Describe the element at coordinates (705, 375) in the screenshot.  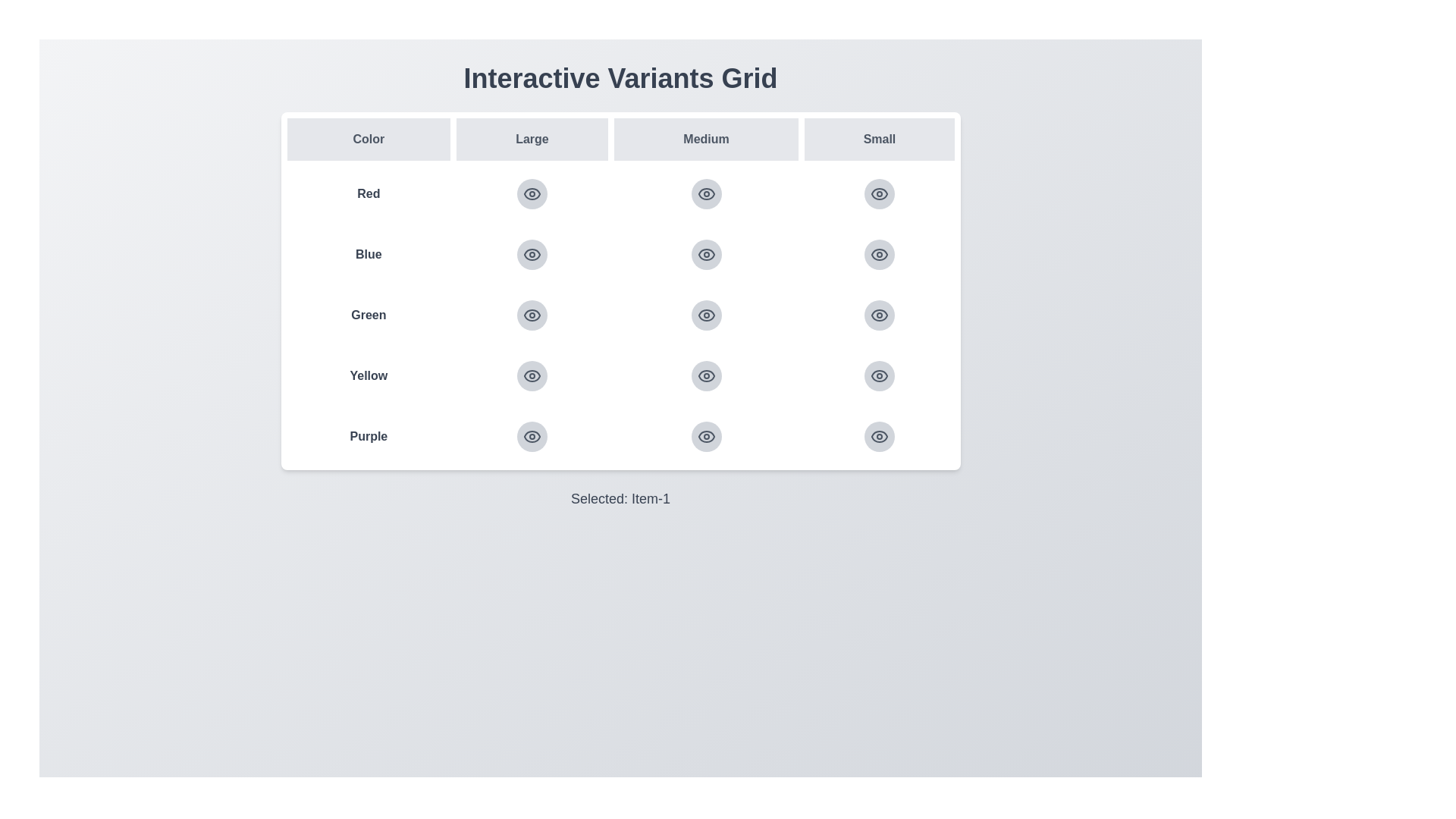
I see `the SVG icon resembling a stylized eye, located in the 'Medium' column under the 'Yellow' row of the grid layout` at that location.